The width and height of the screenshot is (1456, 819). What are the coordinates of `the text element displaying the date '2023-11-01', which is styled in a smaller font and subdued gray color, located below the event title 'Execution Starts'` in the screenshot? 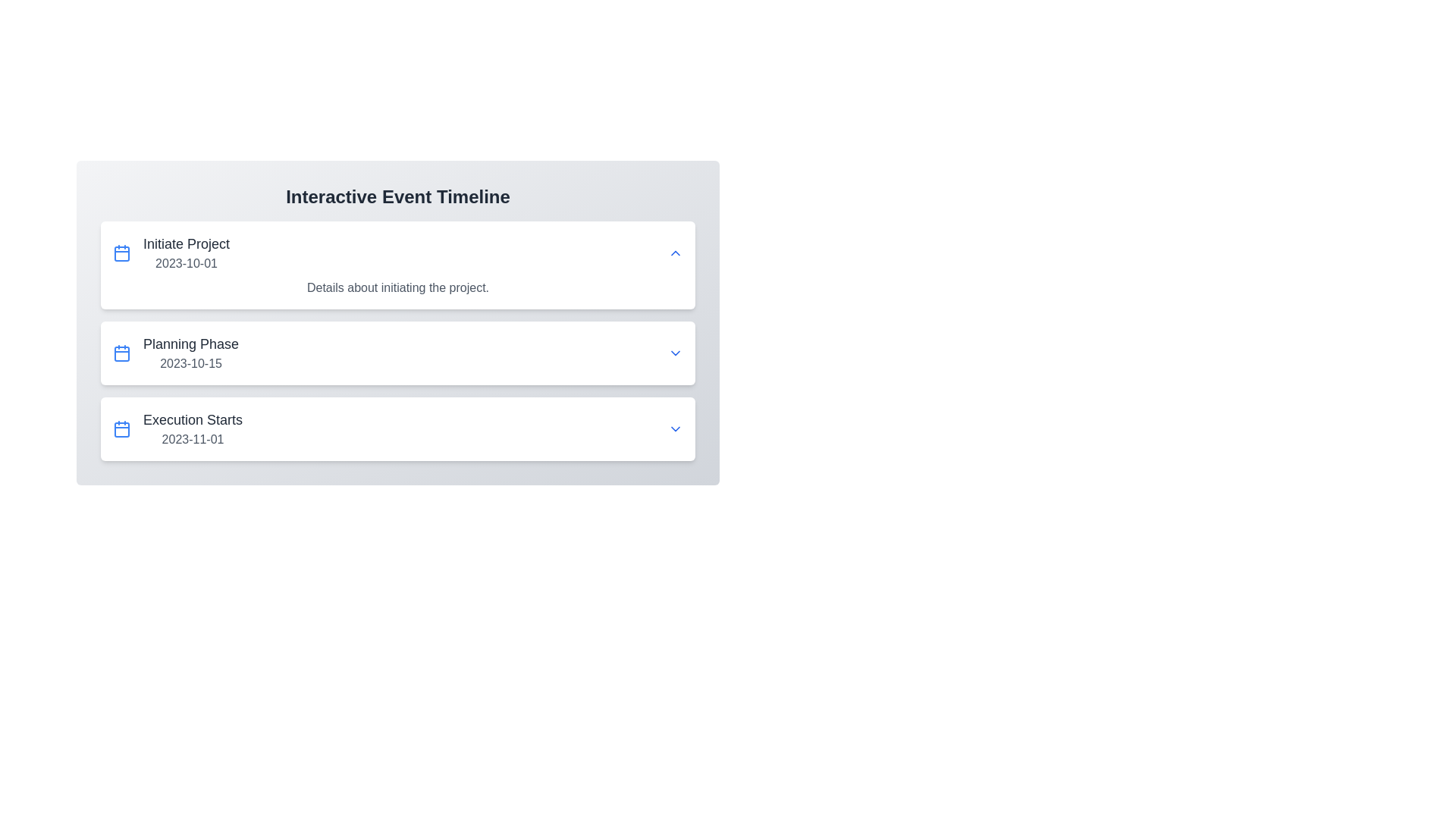 It's located at (192, 439).